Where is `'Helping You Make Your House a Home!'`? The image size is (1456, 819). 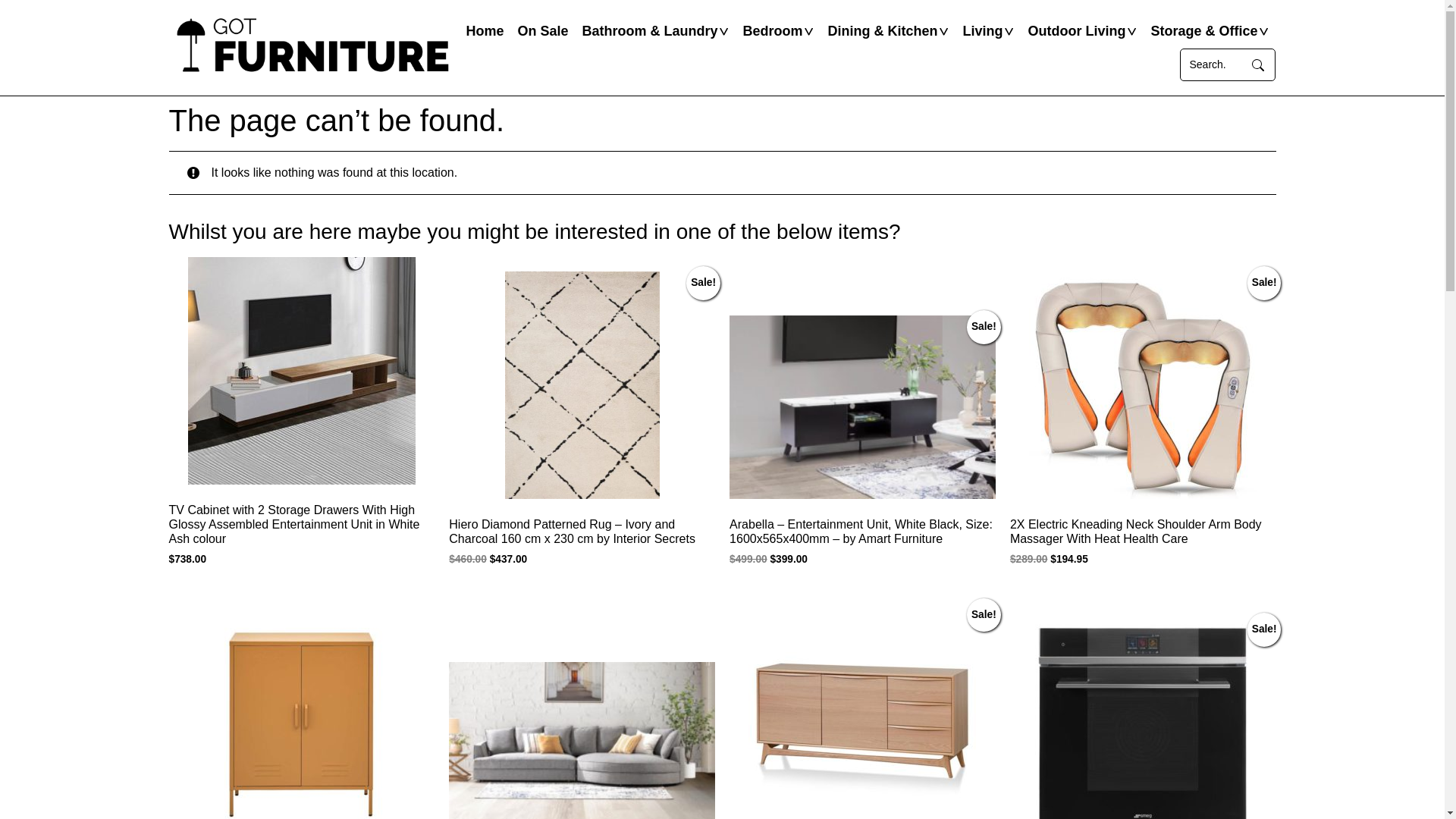 'Helping You Make Your House a Home!' is located at coordinates (312, 46).